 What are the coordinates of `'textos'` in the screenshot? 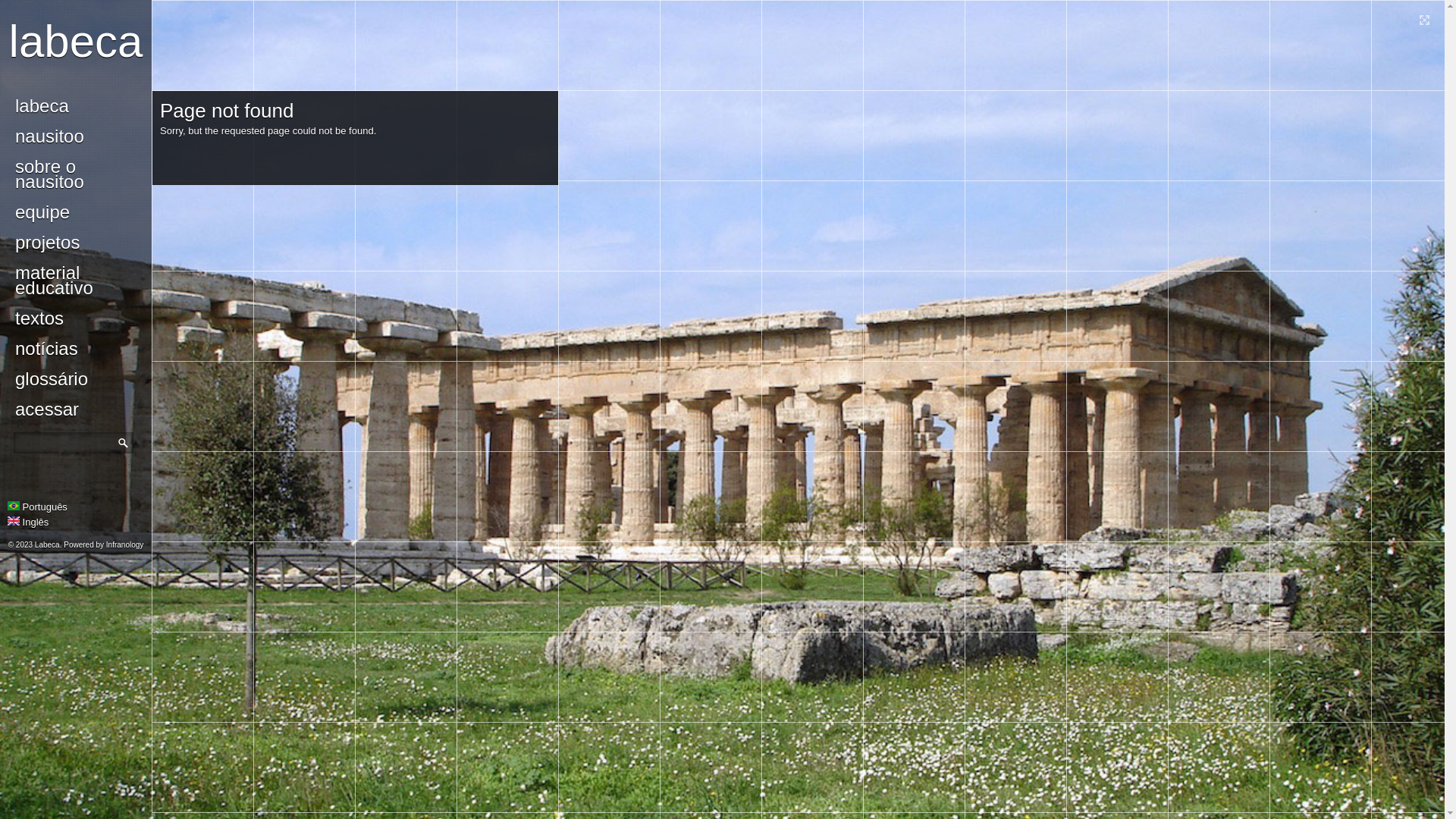 It's located at (75, 318).